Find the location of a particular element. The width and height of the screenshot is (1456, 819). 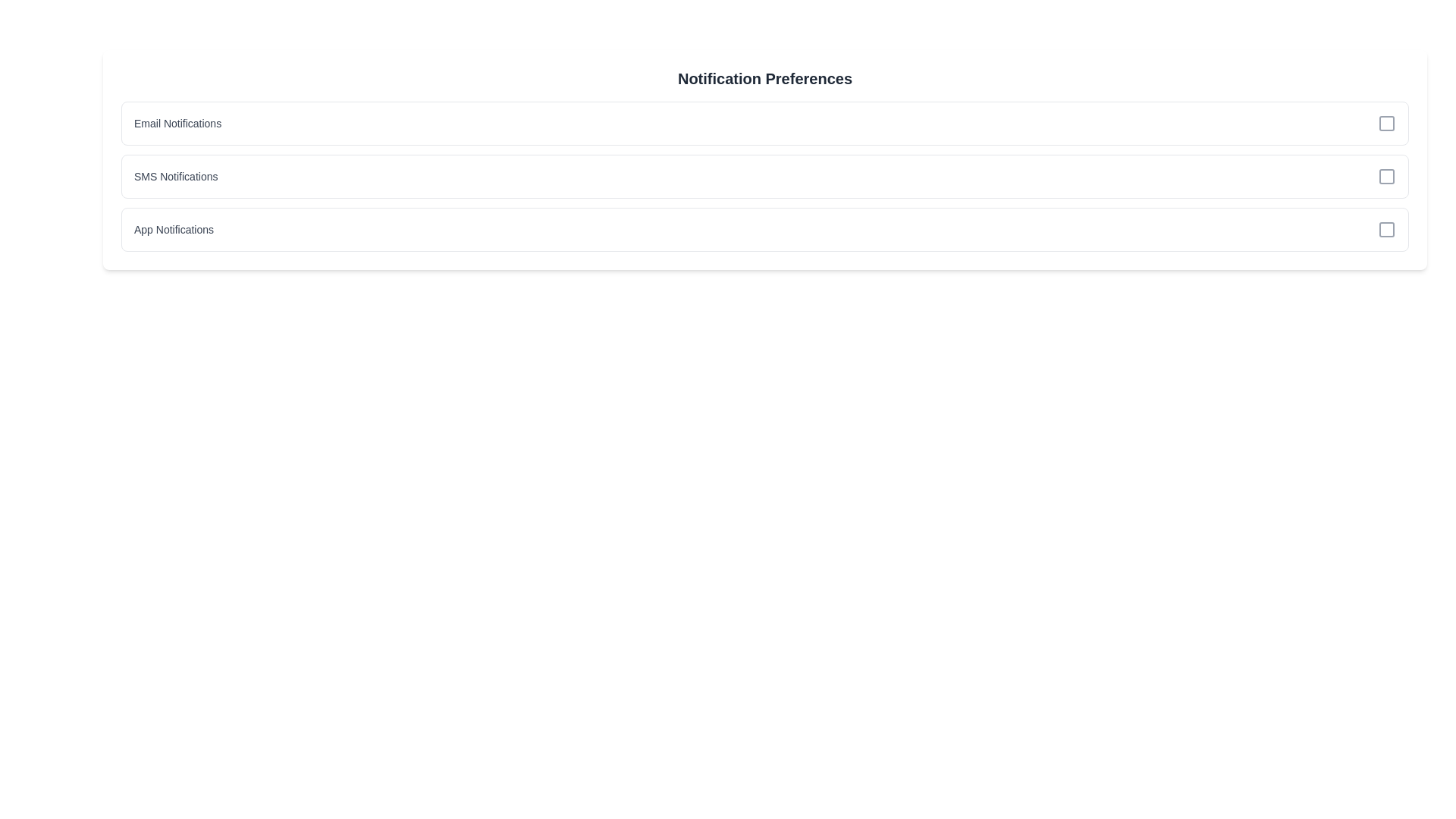

the second checkbox adjacent to the 'SMS Notifications' label in the 'Notification Preferences' section is located at coordinates (1386, 175).